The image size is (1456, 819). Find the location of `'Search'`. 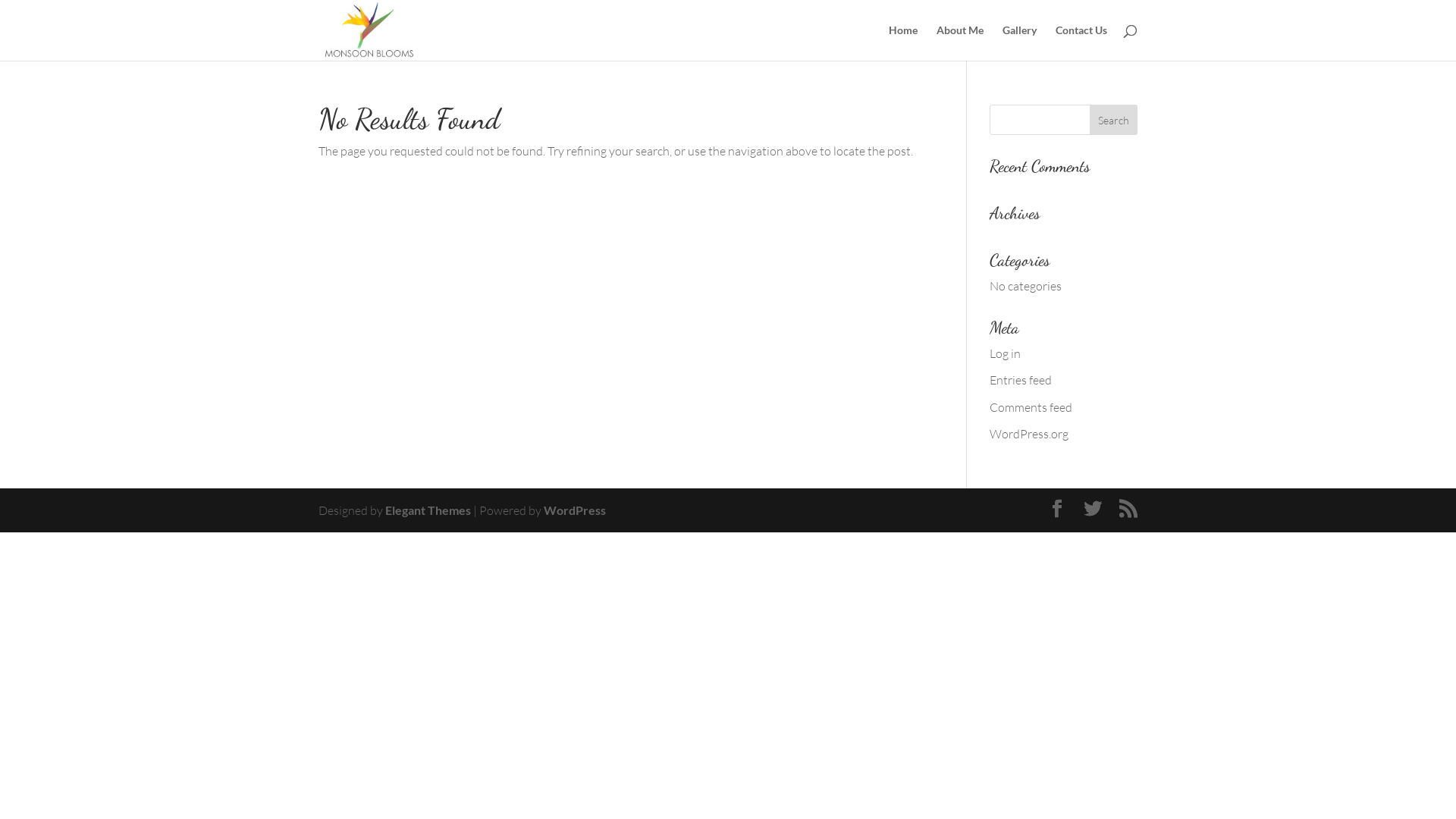

'Search' is located at coordinates (1113, 119).